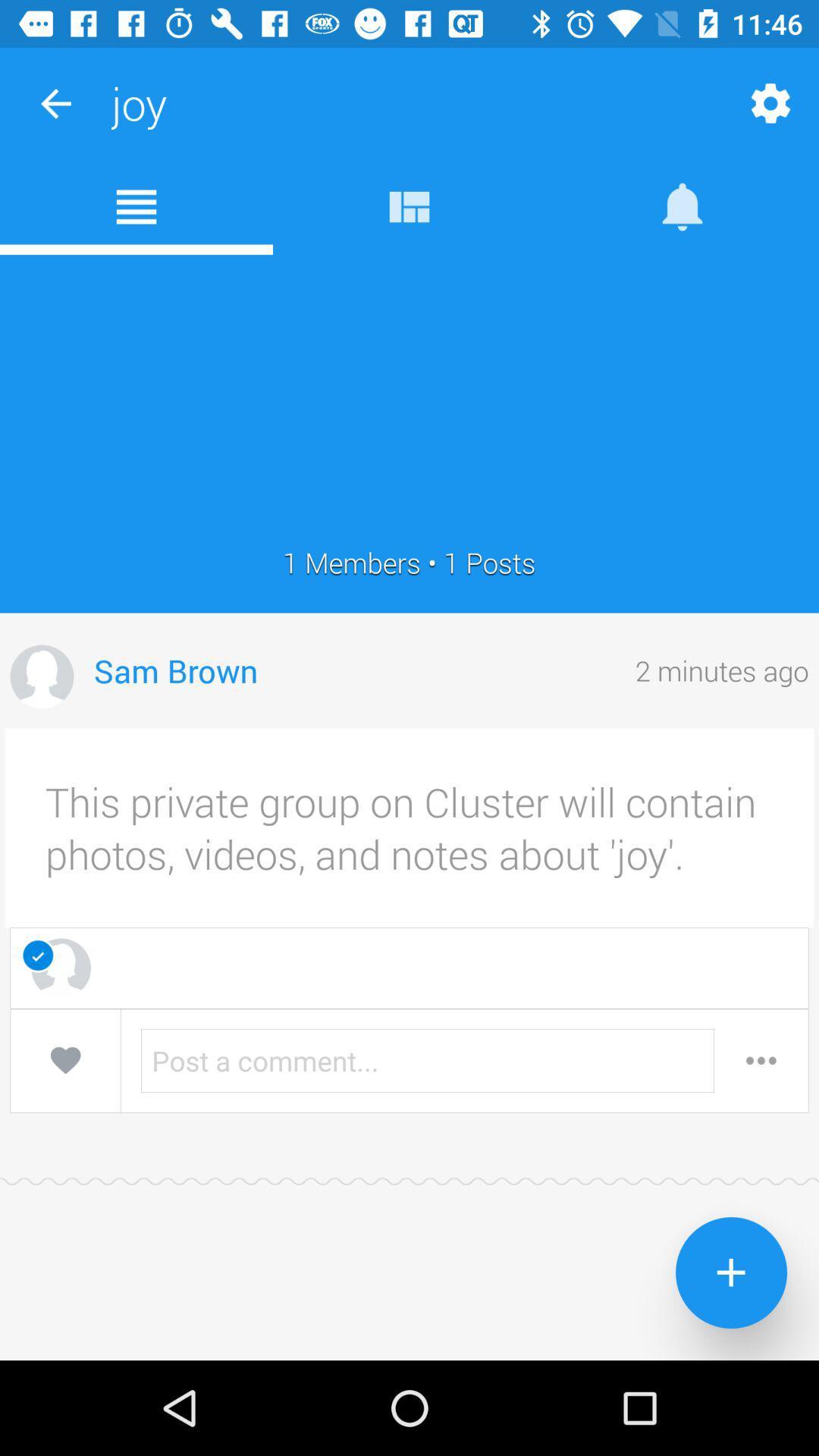  Describe the element at coordinates (41, 676) in the screenshot. I see `show profile` at that location.